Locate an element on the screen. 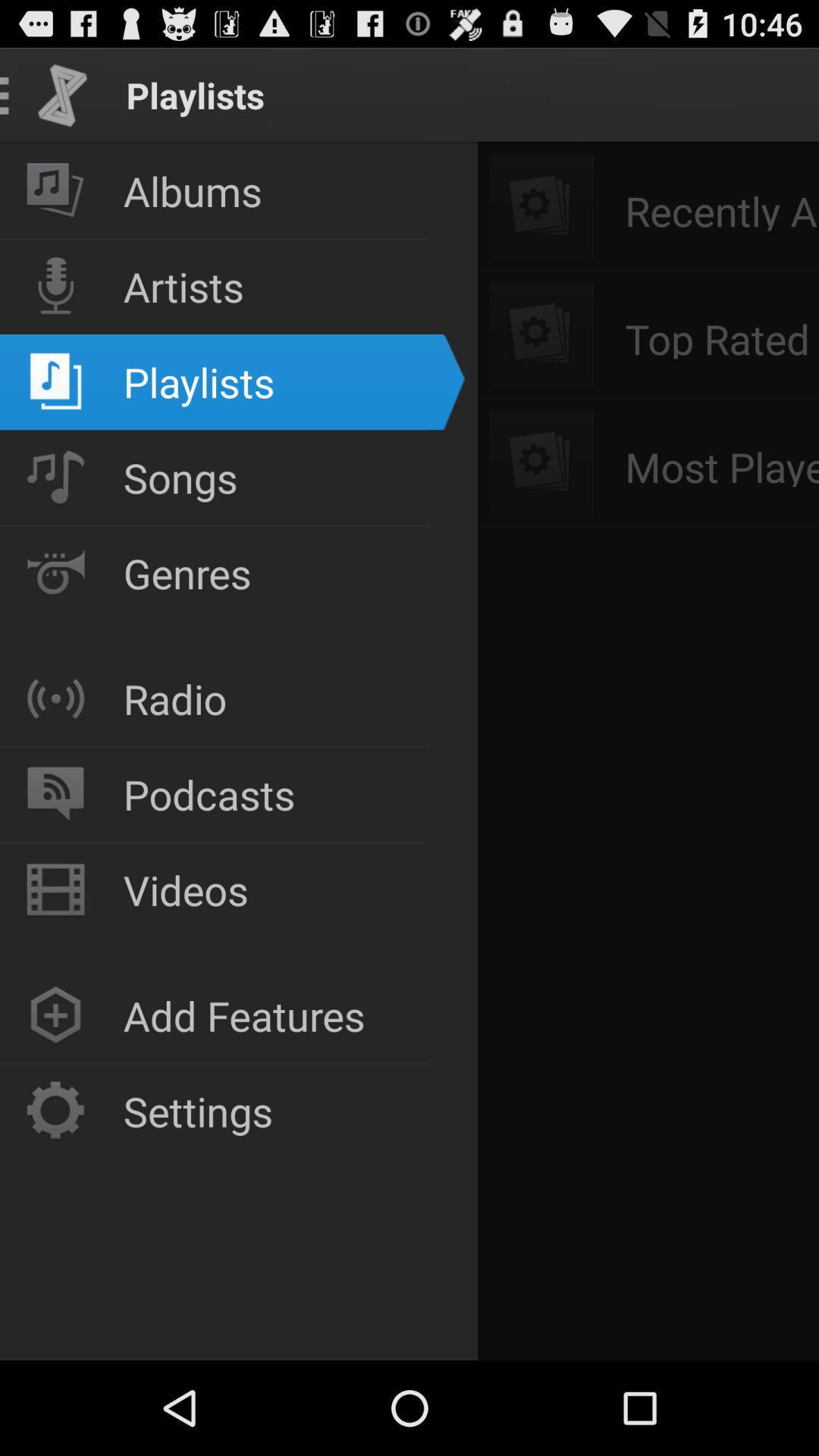 The image size is (819, 1456). the podcast button is located at coordinates (55, 793).